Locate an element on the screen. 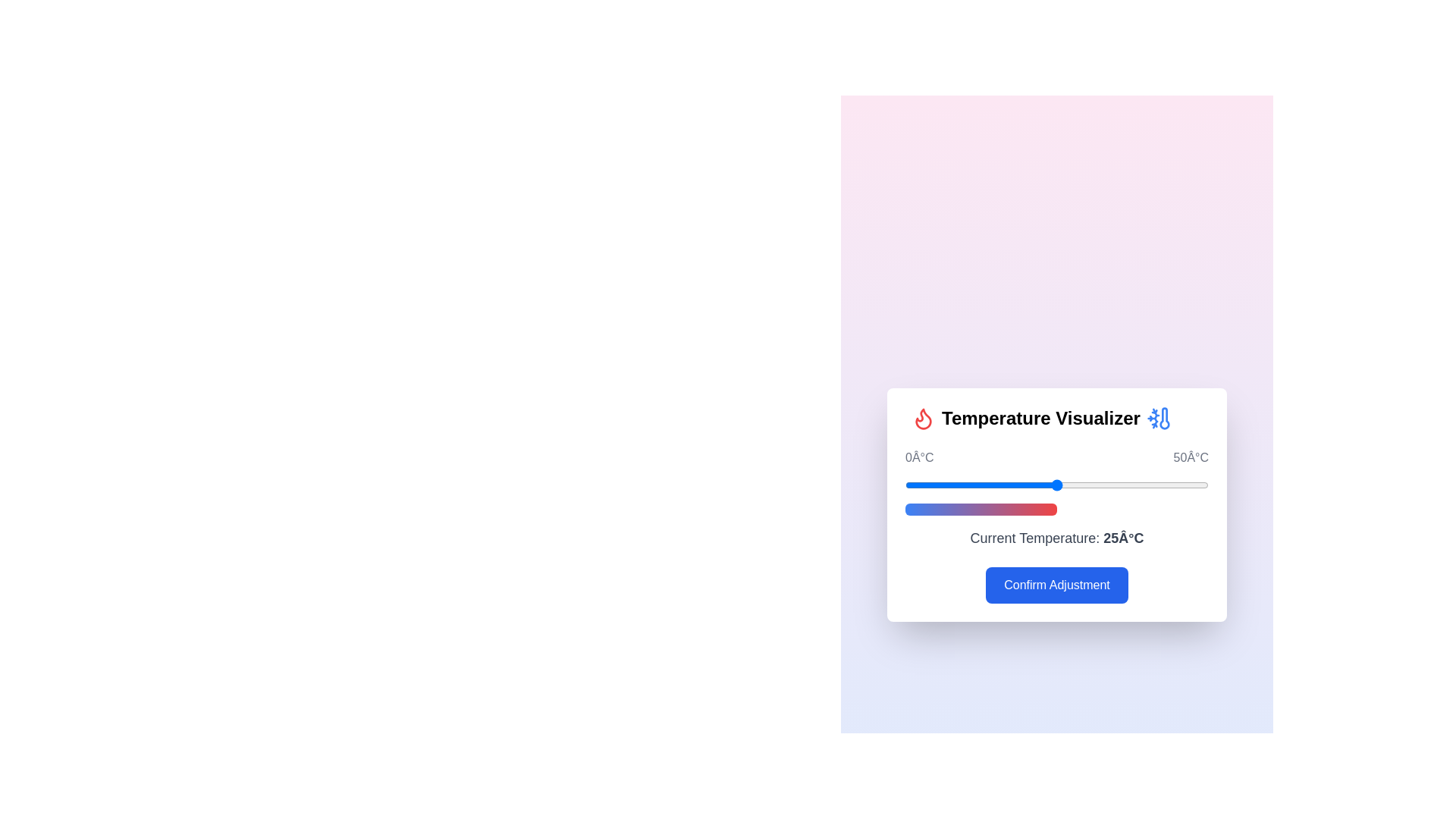  the temperature slider to 34°C to observe the visual feedback is located at coordinates (1111, 485).